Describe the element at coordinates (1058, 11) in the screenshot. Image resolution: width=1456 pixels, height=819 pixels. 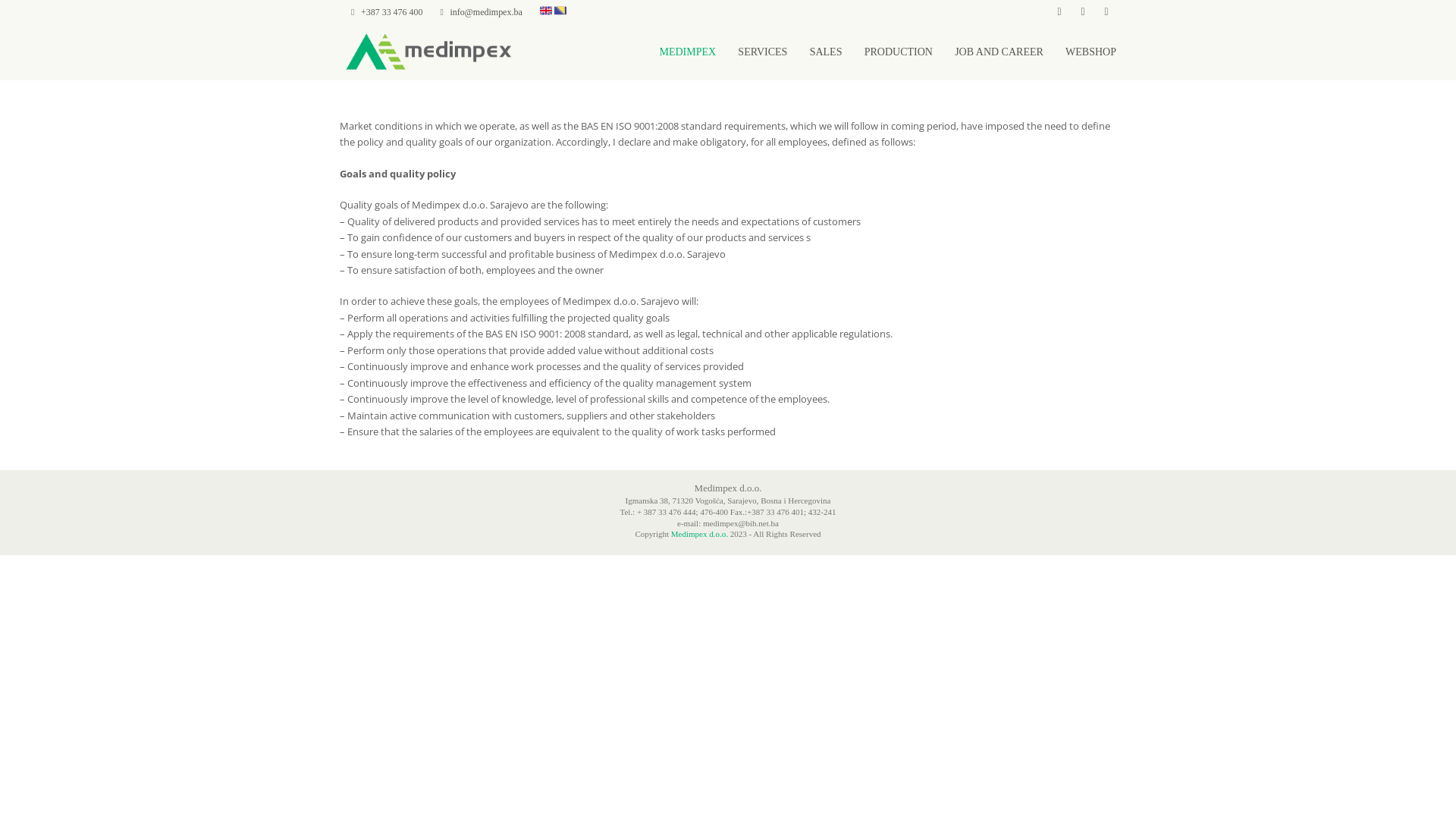
I see `'Facebook'` at that location.